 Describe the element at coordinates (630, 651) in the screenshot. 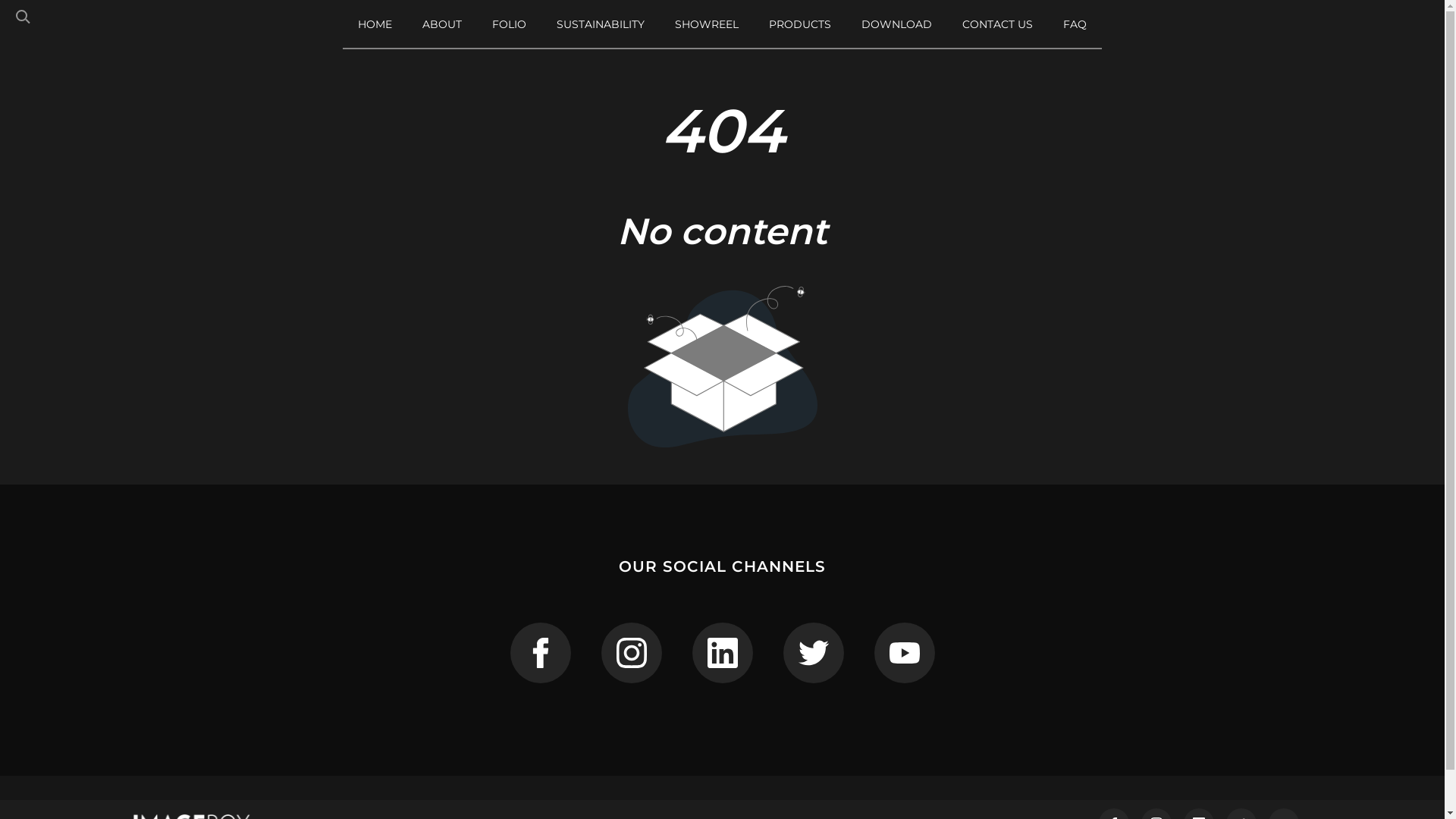

I see `'ImageBox on Instagram'` at that location.